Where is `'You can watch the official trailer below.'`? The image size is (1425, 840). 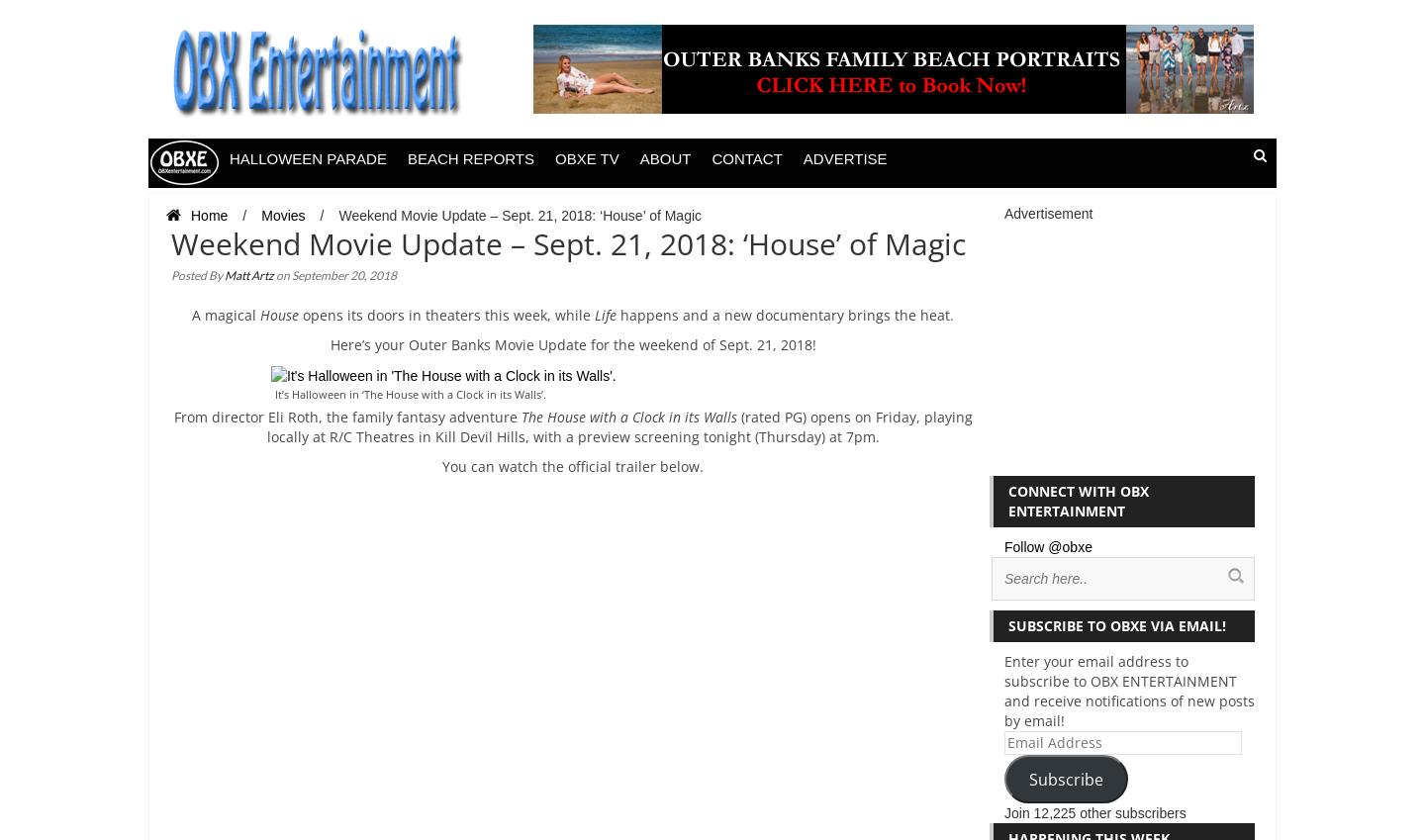
'You can watch the official trailer below.' is located at coordinates (441, 466).